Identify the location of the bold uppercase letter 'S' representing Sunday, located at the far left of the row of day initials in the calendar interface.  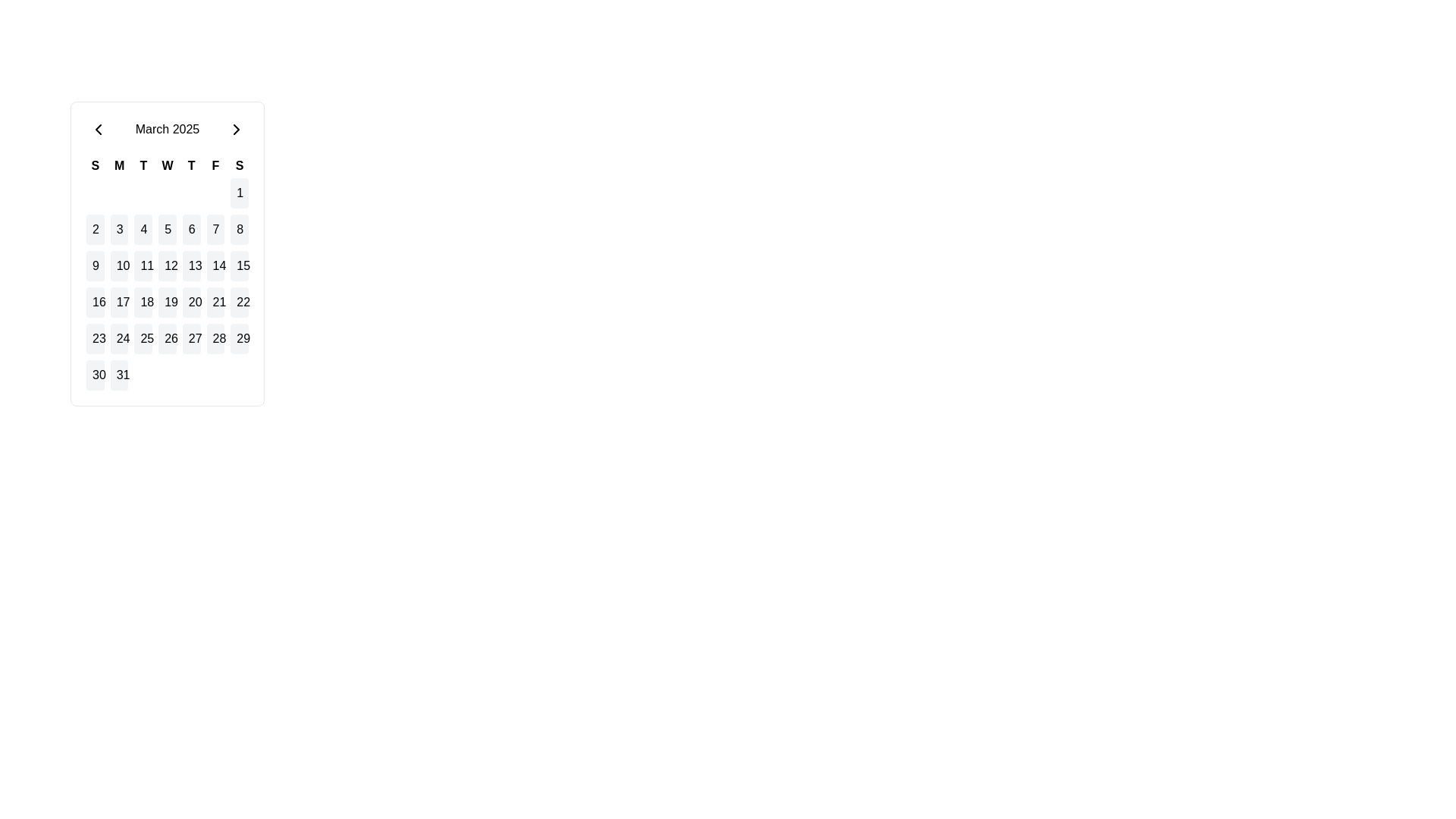
(94, 166).